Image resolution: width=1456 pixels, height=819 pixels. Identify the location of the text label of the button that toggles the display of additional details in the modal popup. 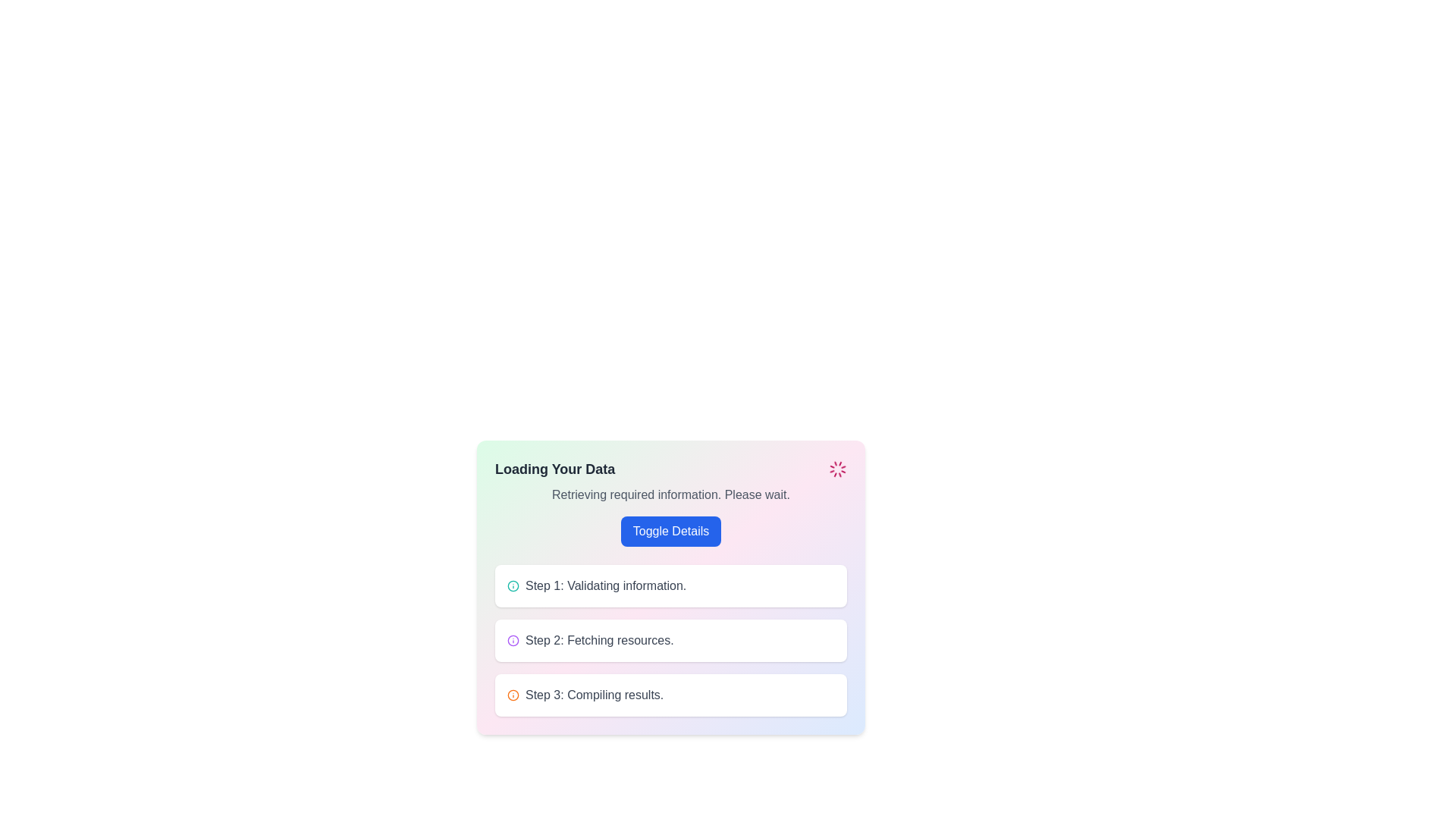
(670, 531).